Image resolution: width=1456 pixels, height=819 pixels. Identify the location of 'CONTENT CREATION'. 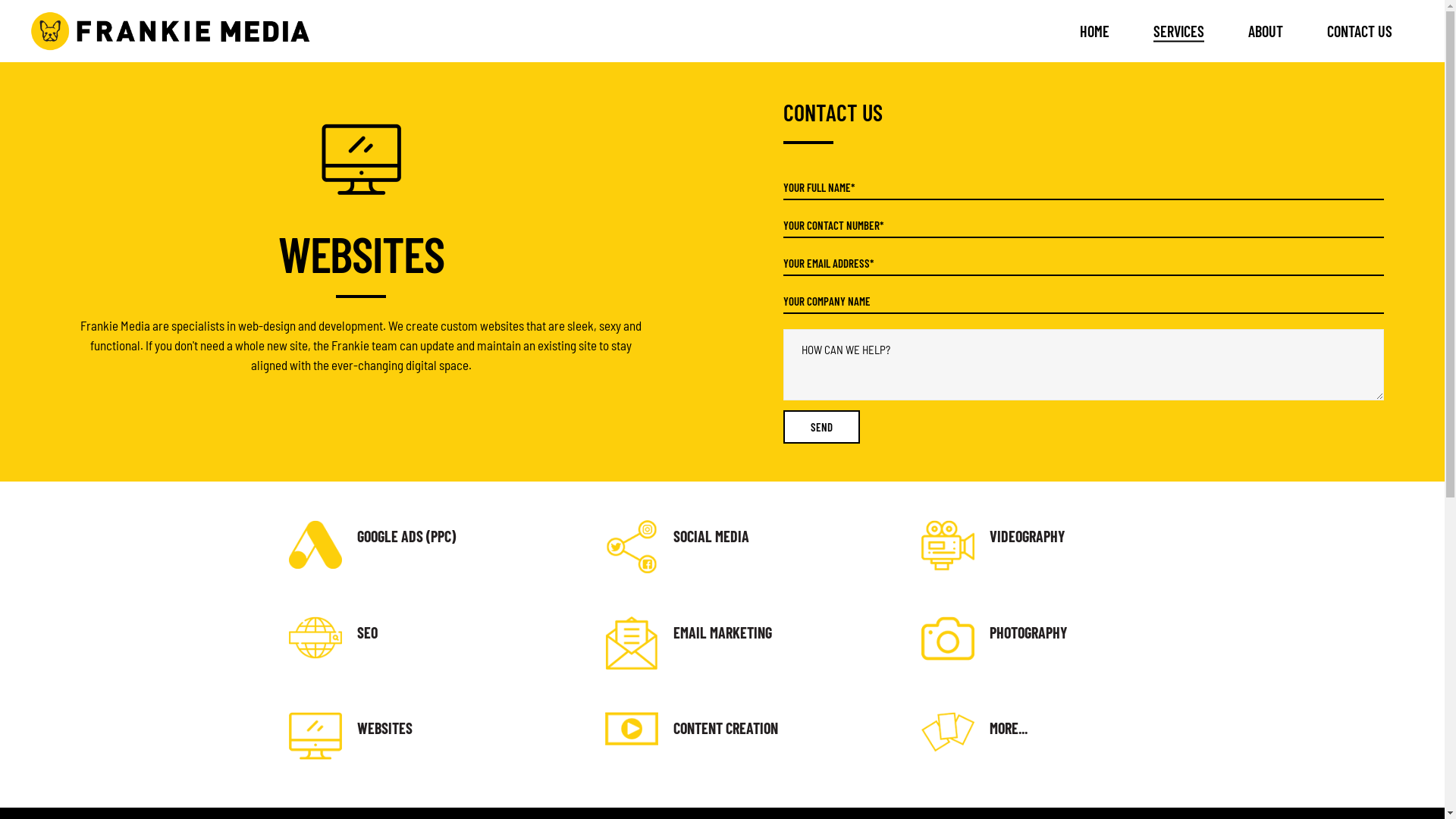
(724, 727).